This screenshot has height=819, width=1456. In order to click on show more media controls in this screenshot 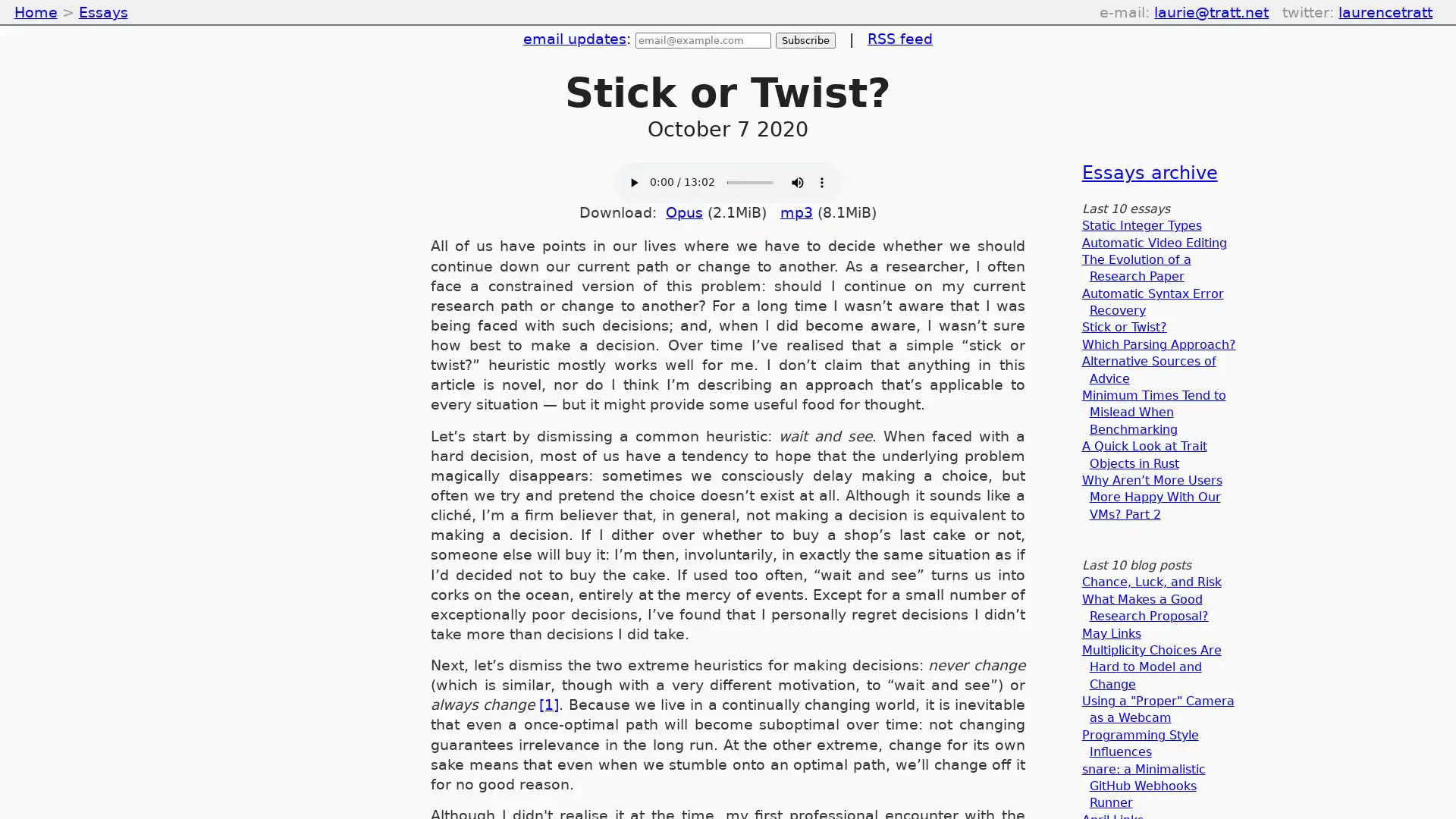, I will do `click(821, 180)`.